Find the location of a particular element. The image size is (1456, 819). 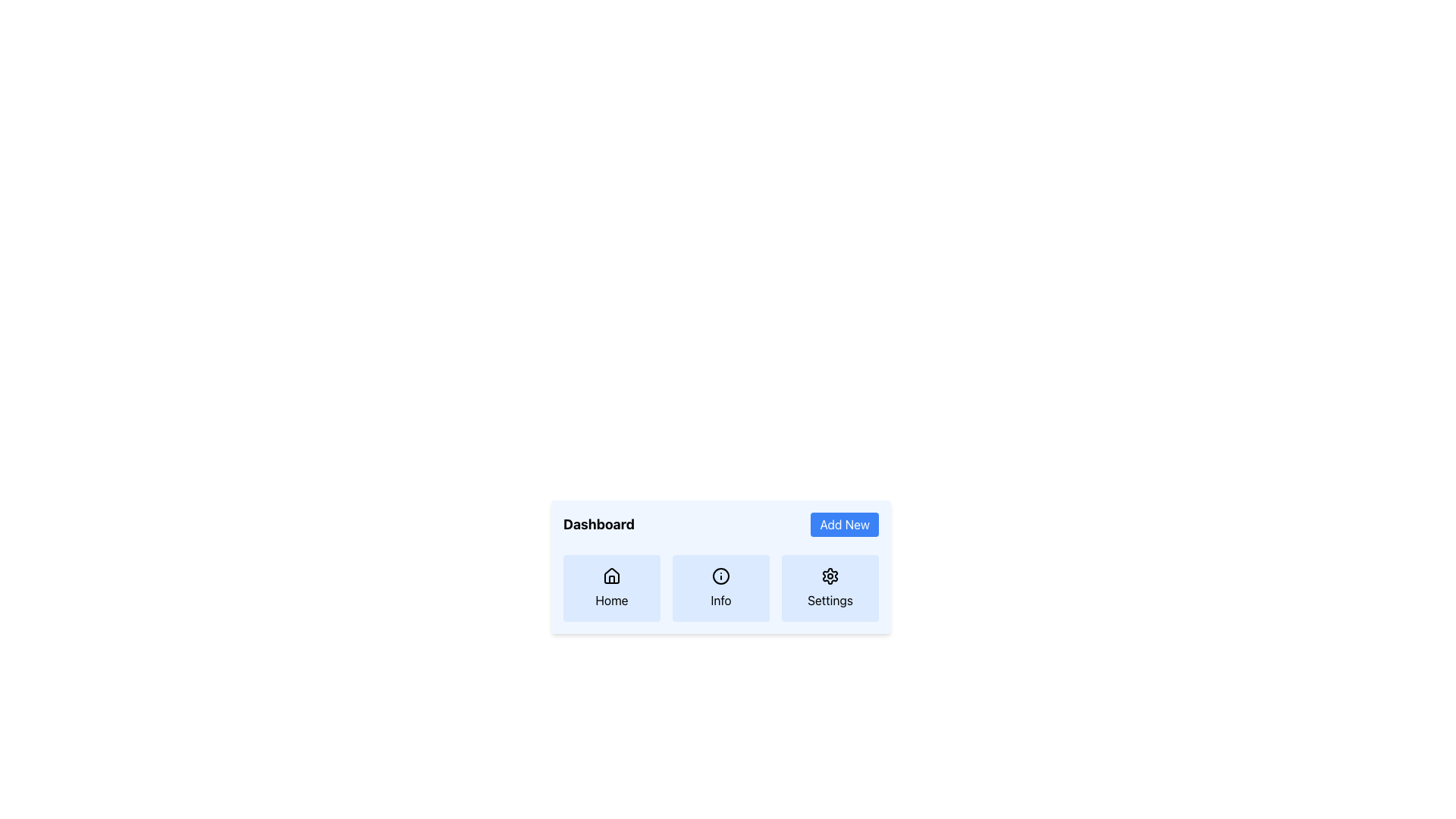

the blue 'Add New' button with rounded corners located at the top-right corner of the application interface is located at coordinates (844, 523).